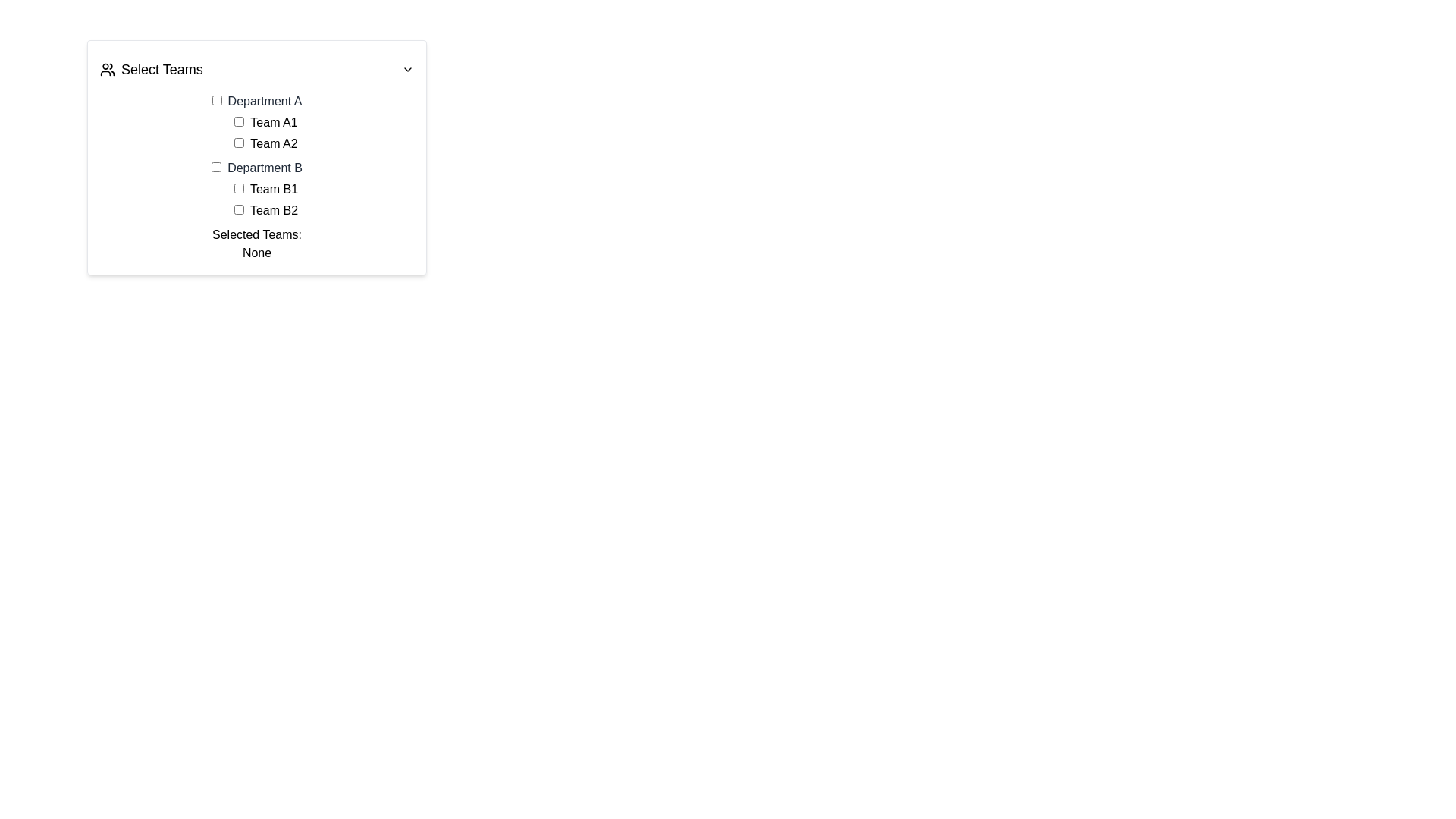 Image resolution: width=1456 pixels, height=819 pixels. What do you see at coordinates (257, 189) in the screenshot?
I see `the checkbox associated with the sub-item 'Team B1' under the heading 'Department B'` at bounding box center [257, 189].